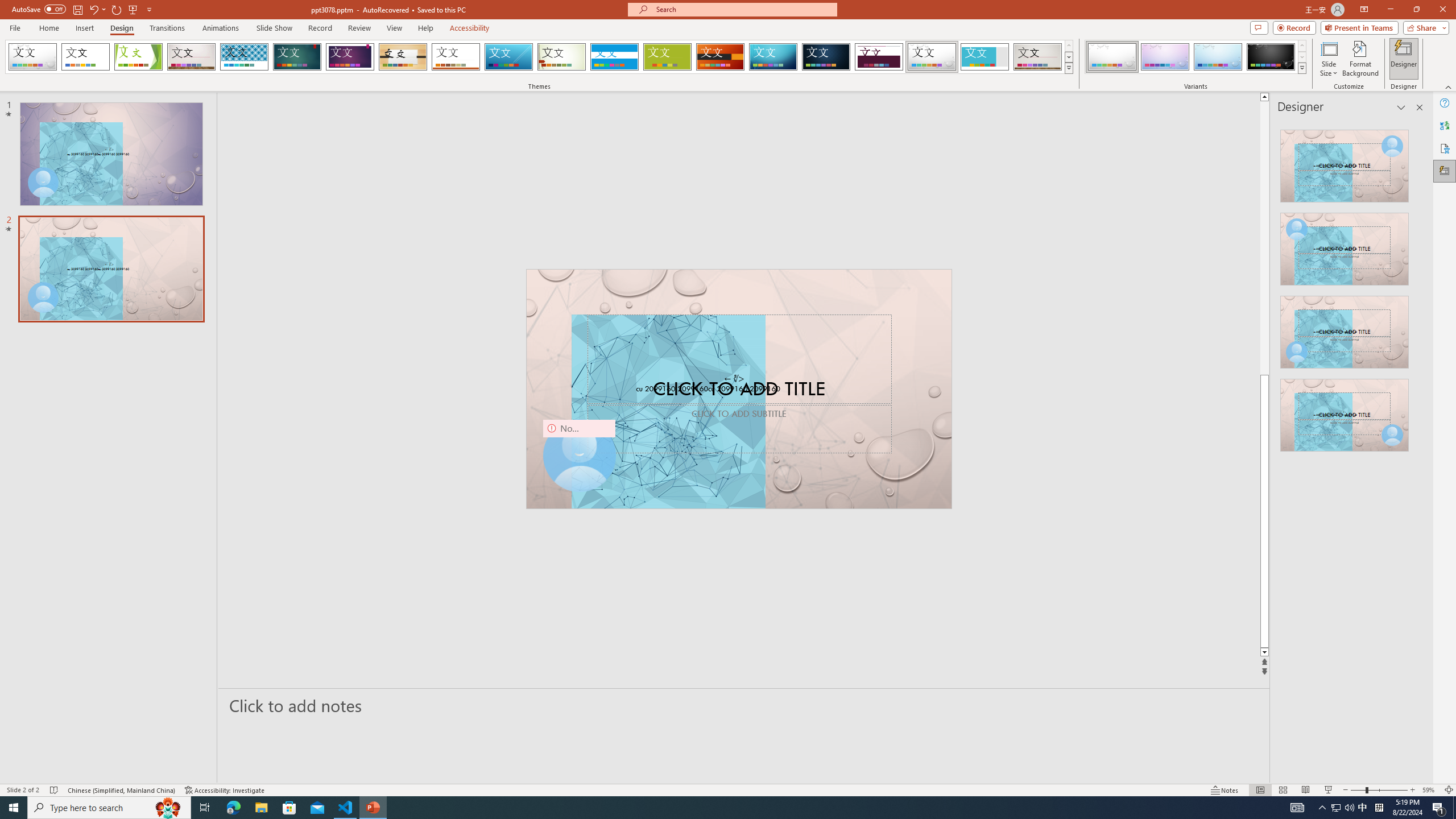 This screenshot has width=1456, height=819. What do you see at coordinates (85, 56) in the screenshot?
I see `'Office Theme'` at bounding box center [85, 56].